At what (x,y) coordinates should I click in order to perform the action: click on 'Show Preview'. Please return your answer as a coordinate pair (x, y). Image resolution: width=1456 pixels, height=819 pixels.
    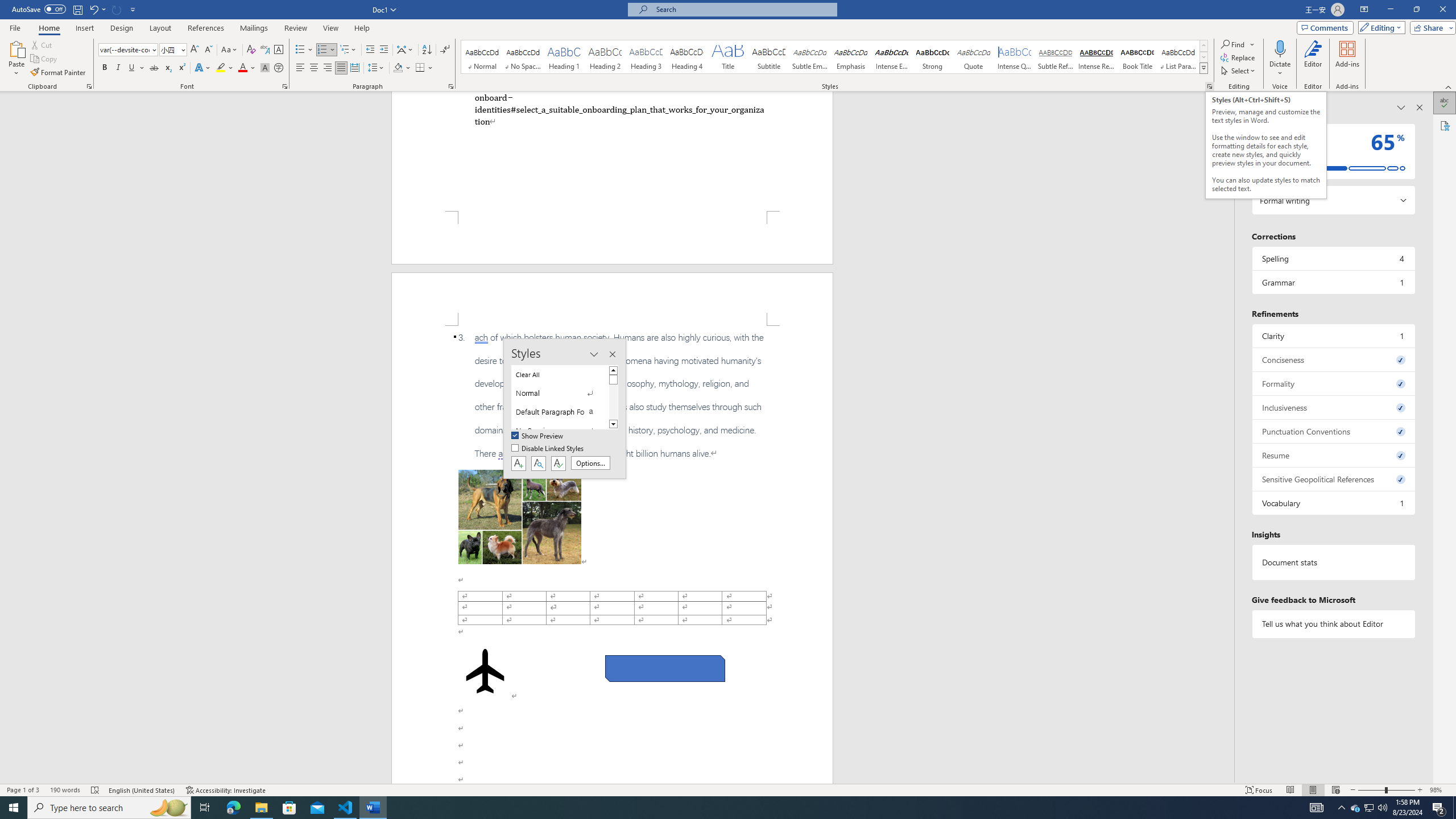
    Looking at the image, I should click on (537, 436).